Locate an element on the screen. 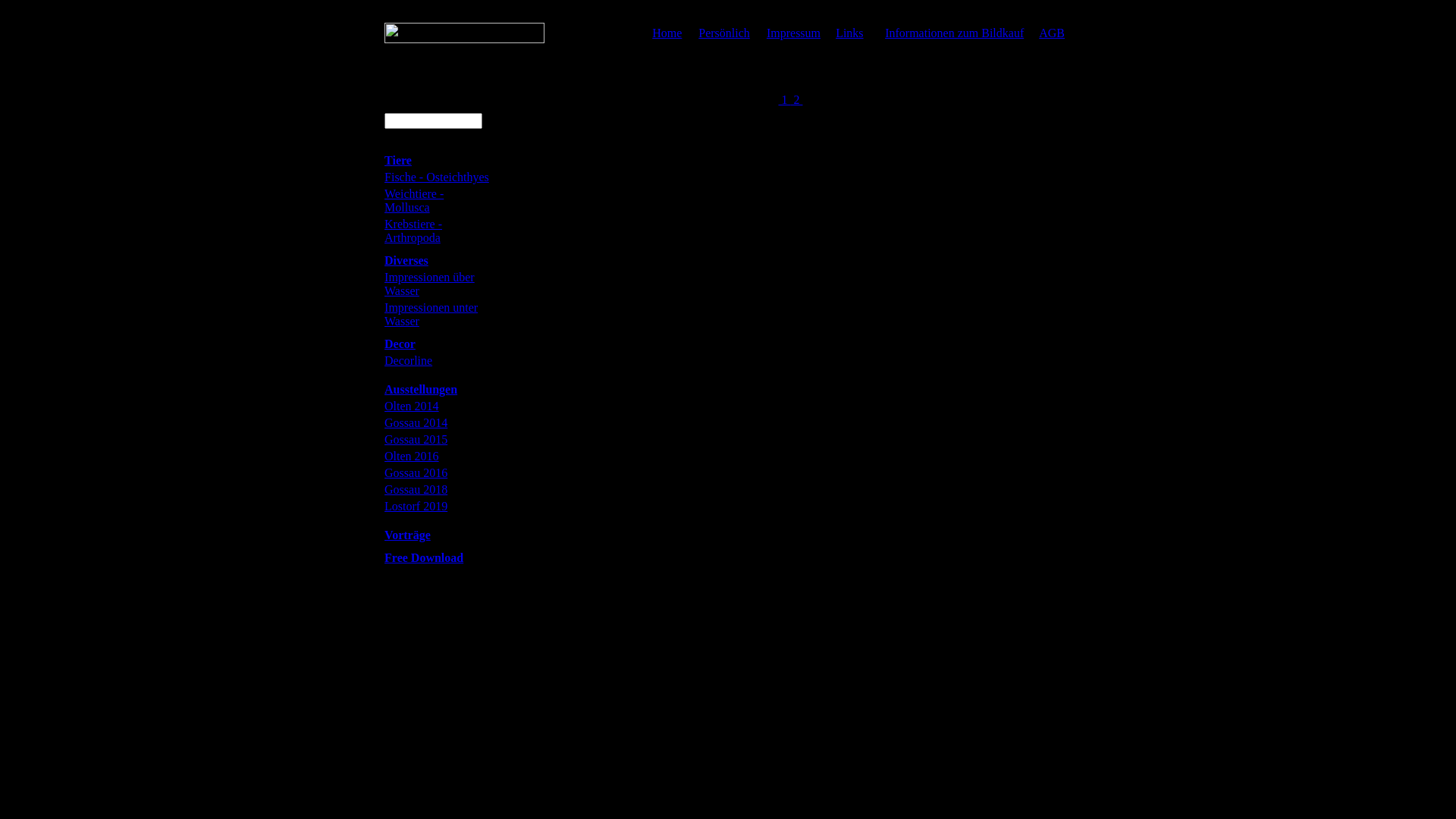 The image size is (1456, 819). 'Olten 2014' is located at coordinates (384, 405).